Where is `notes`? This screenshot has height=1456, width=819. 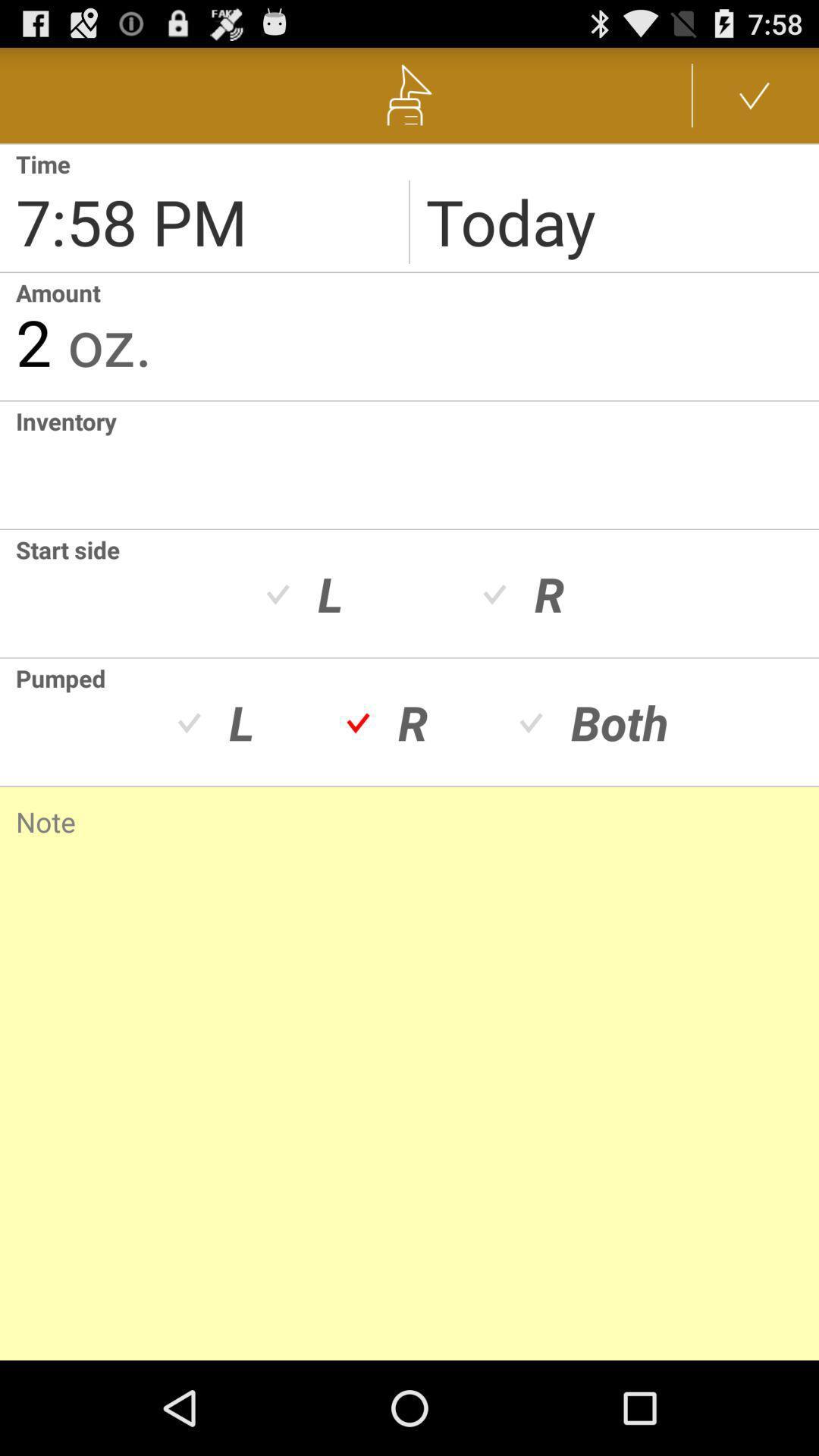
notes is located at coordinates (409, 1053).